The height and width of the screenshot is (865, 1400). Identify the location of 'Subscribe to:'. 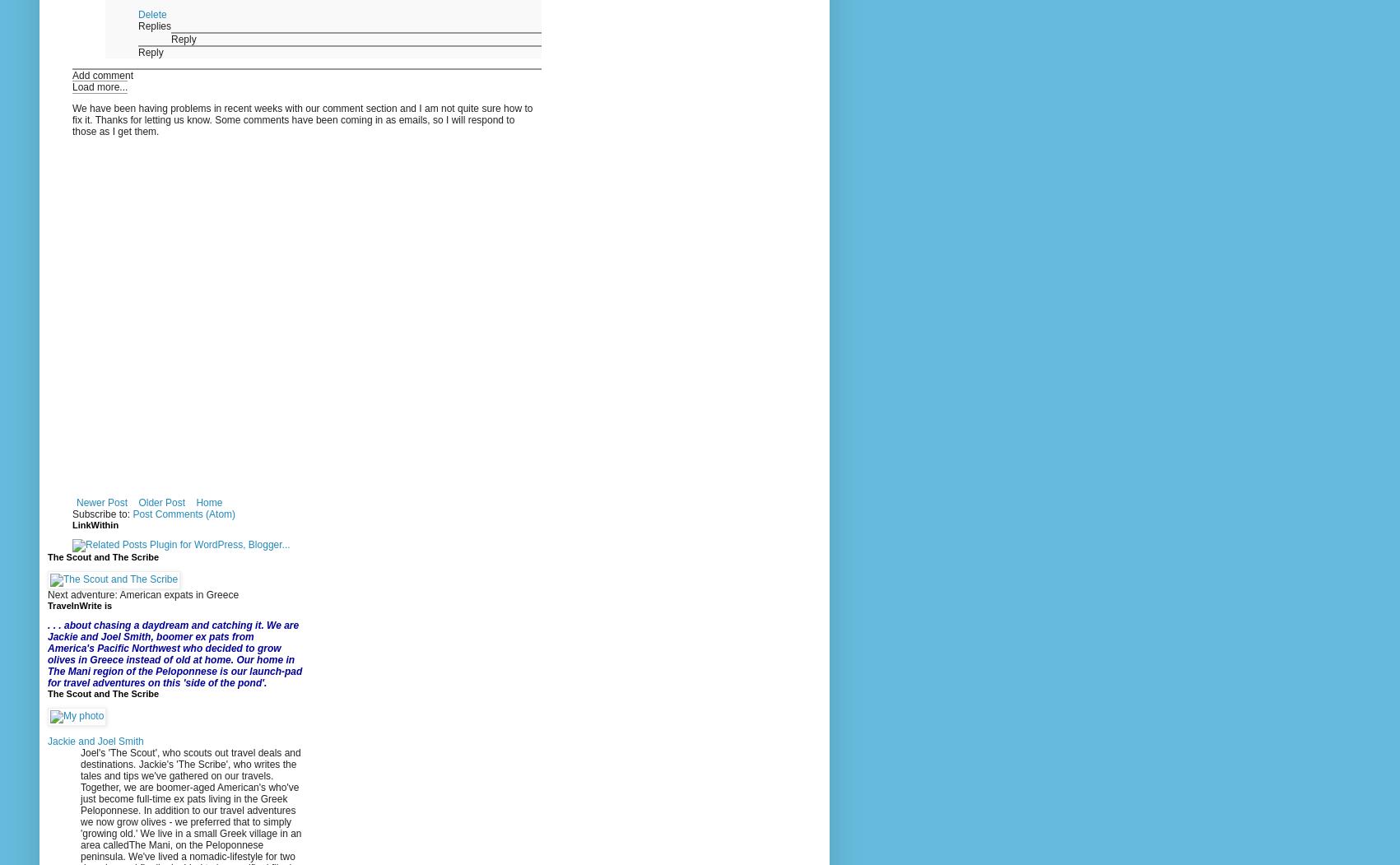
(101, 514).